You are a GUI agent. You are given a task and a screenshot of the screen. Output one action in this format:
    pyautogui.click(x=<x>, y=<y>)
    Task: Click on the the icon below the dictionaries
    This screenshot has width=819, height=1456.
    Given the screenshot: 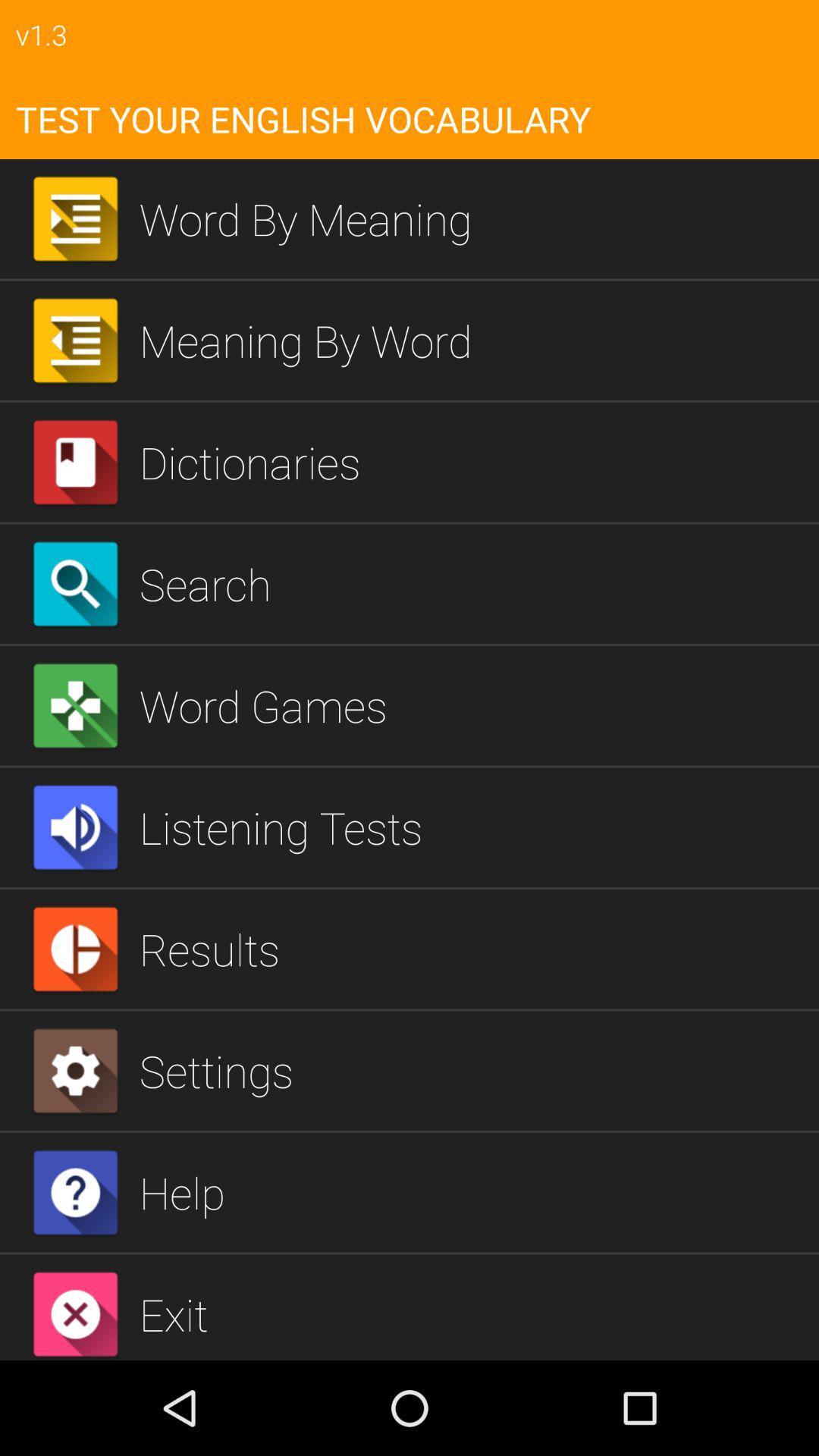 What is the action you would take?
    pyautogui.click(x=472, y=583)
    